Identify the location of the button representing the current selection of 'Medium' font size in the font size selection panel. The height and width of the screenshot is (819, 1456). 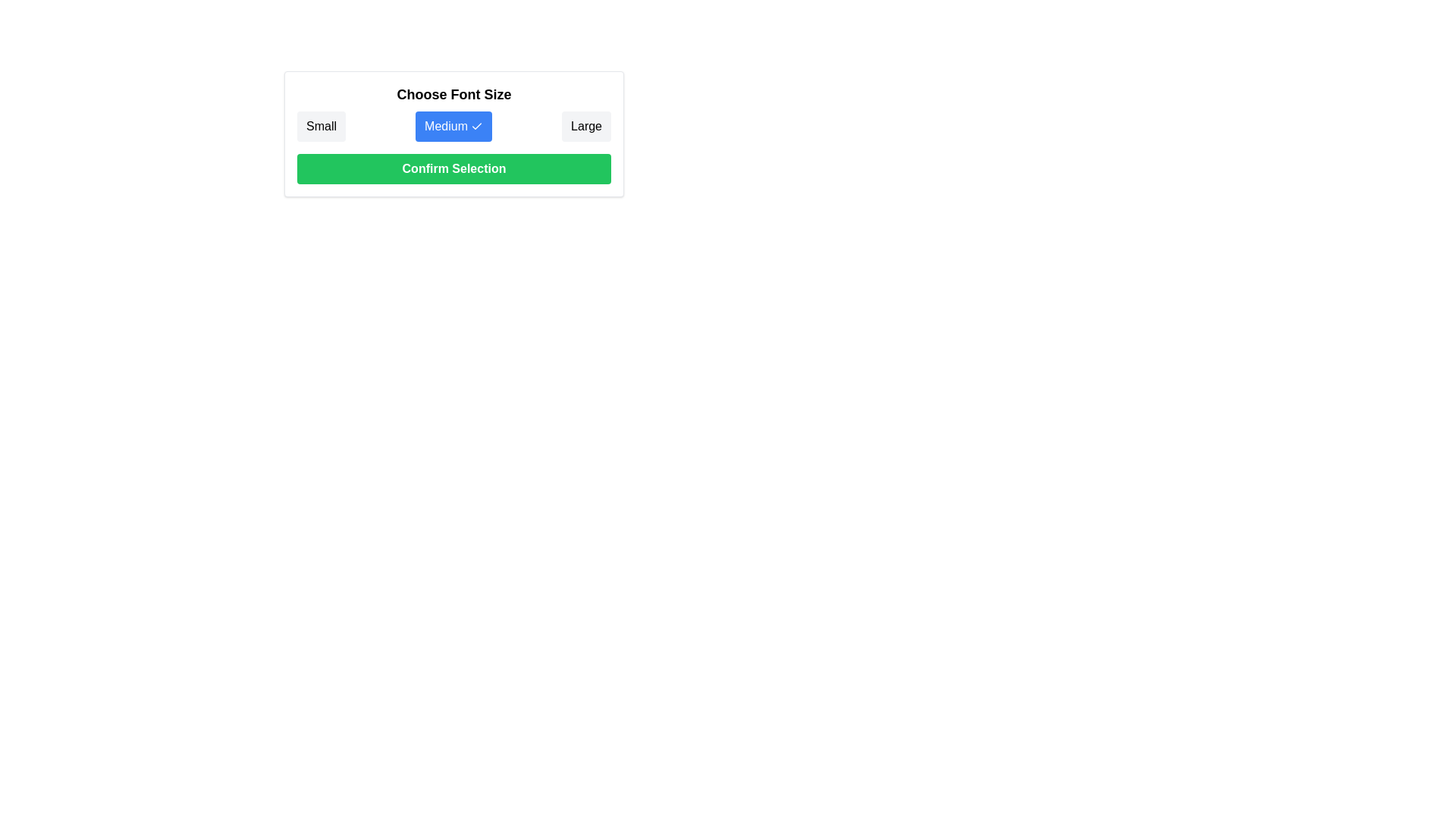
(453, 133).